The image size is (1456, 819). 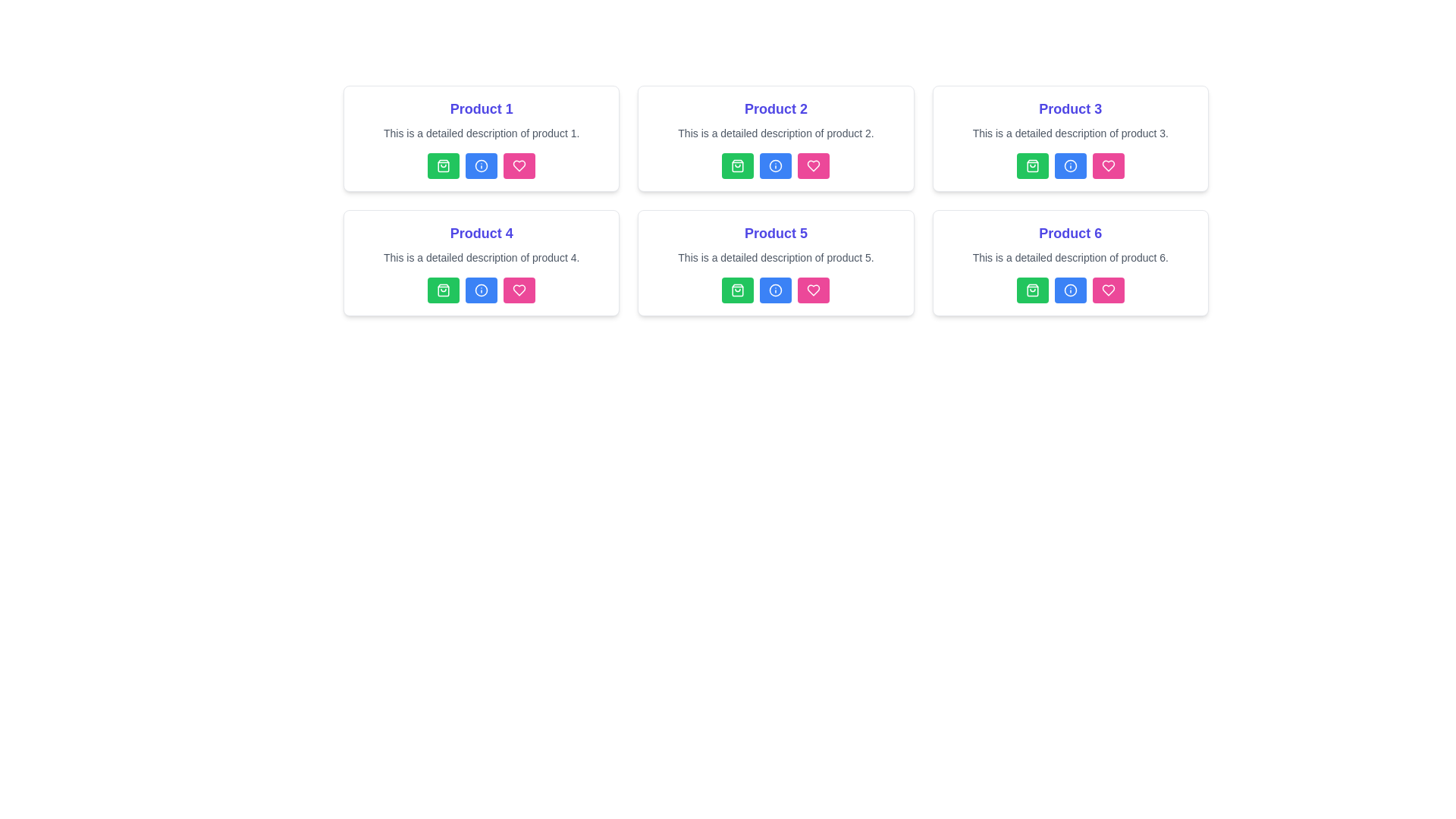 I want to click on the rightmost button in the button group at the bottom of the 'Product 1' card to mark the product as a favorite or add it to a wishlist, so click(x=519, y=166).